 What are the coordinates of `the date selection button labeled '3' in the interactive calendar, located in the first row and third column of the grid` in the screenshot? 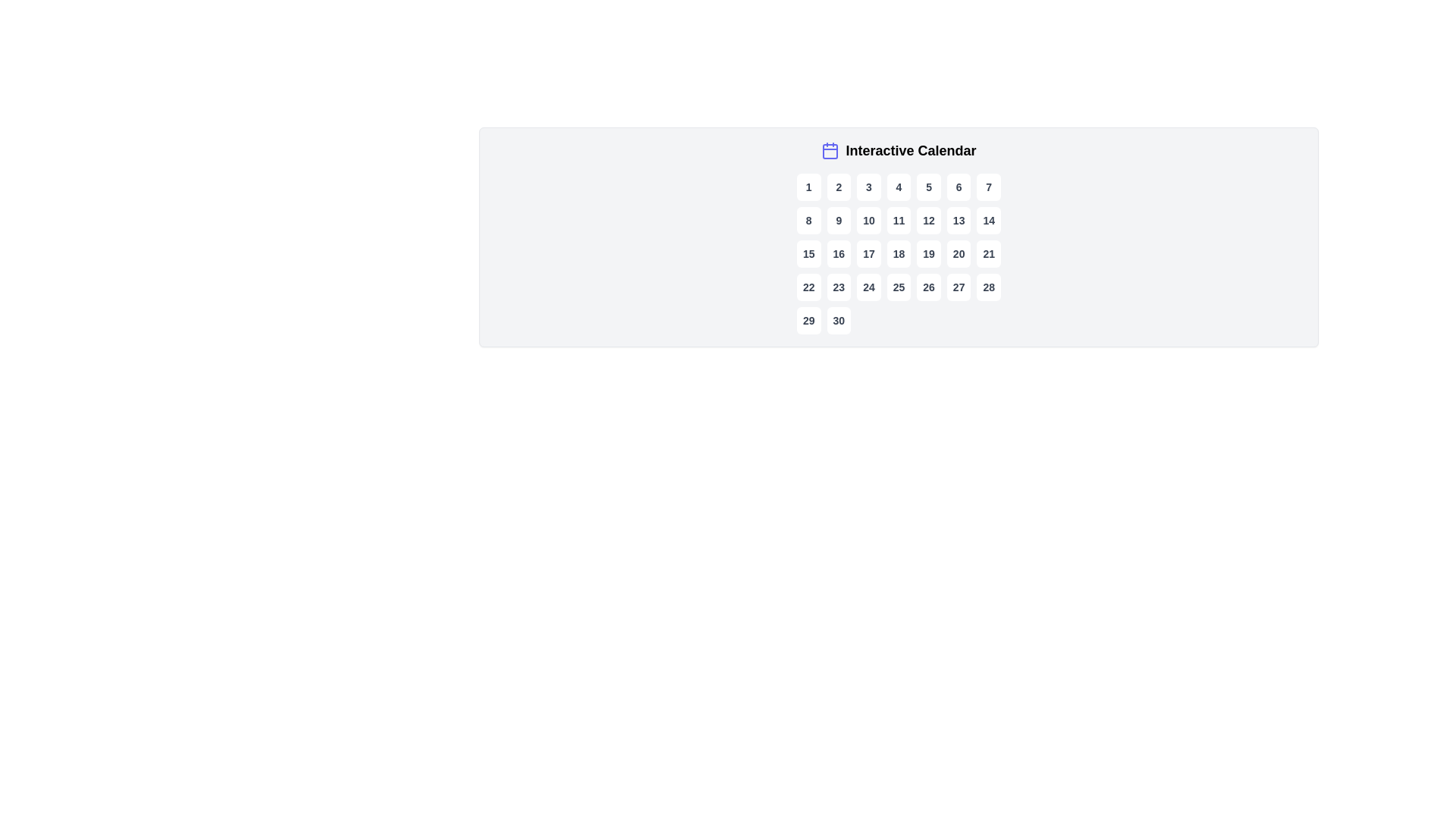 It's located at (868, 186).